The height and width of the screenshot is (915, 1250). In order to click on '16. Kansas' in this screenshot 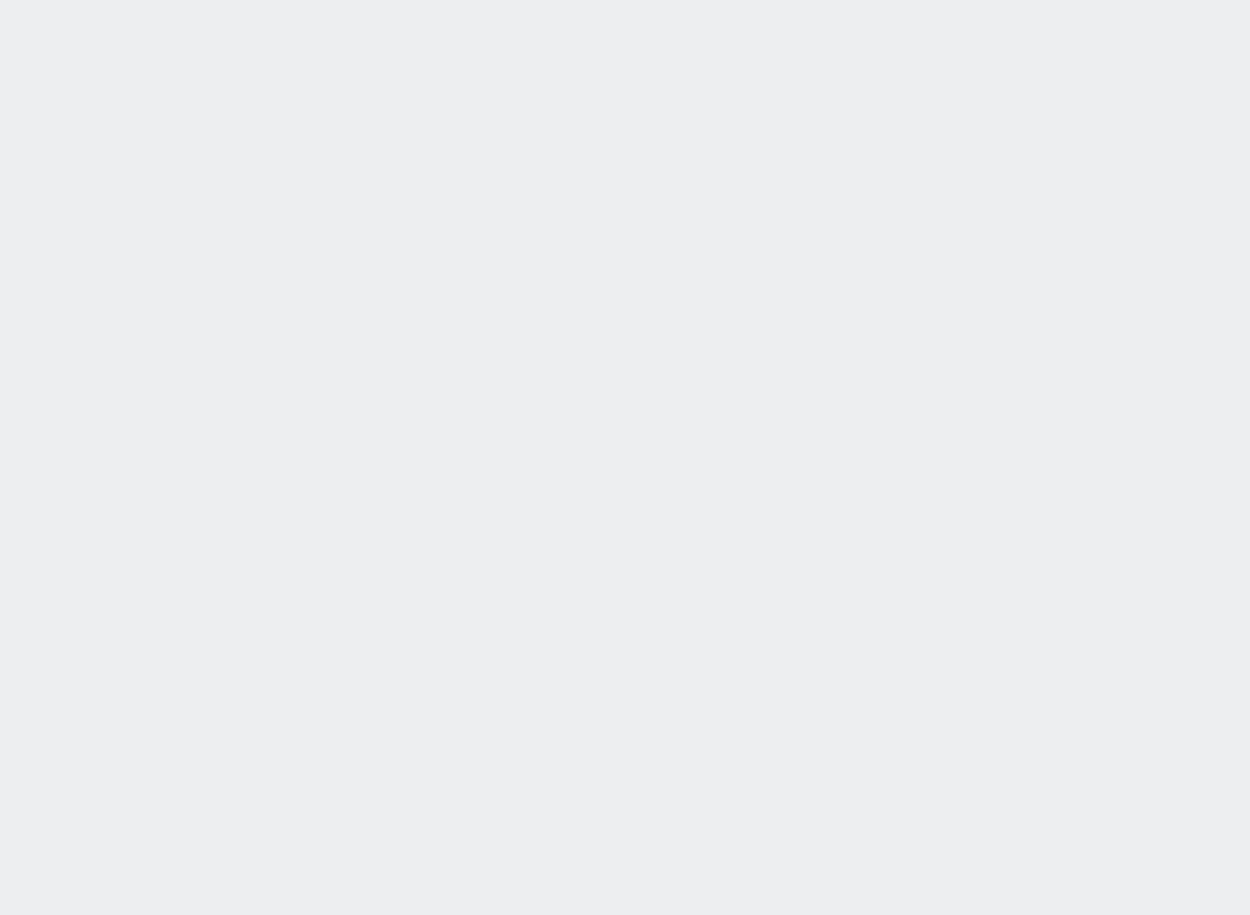, I will do `click(823, 373)`.